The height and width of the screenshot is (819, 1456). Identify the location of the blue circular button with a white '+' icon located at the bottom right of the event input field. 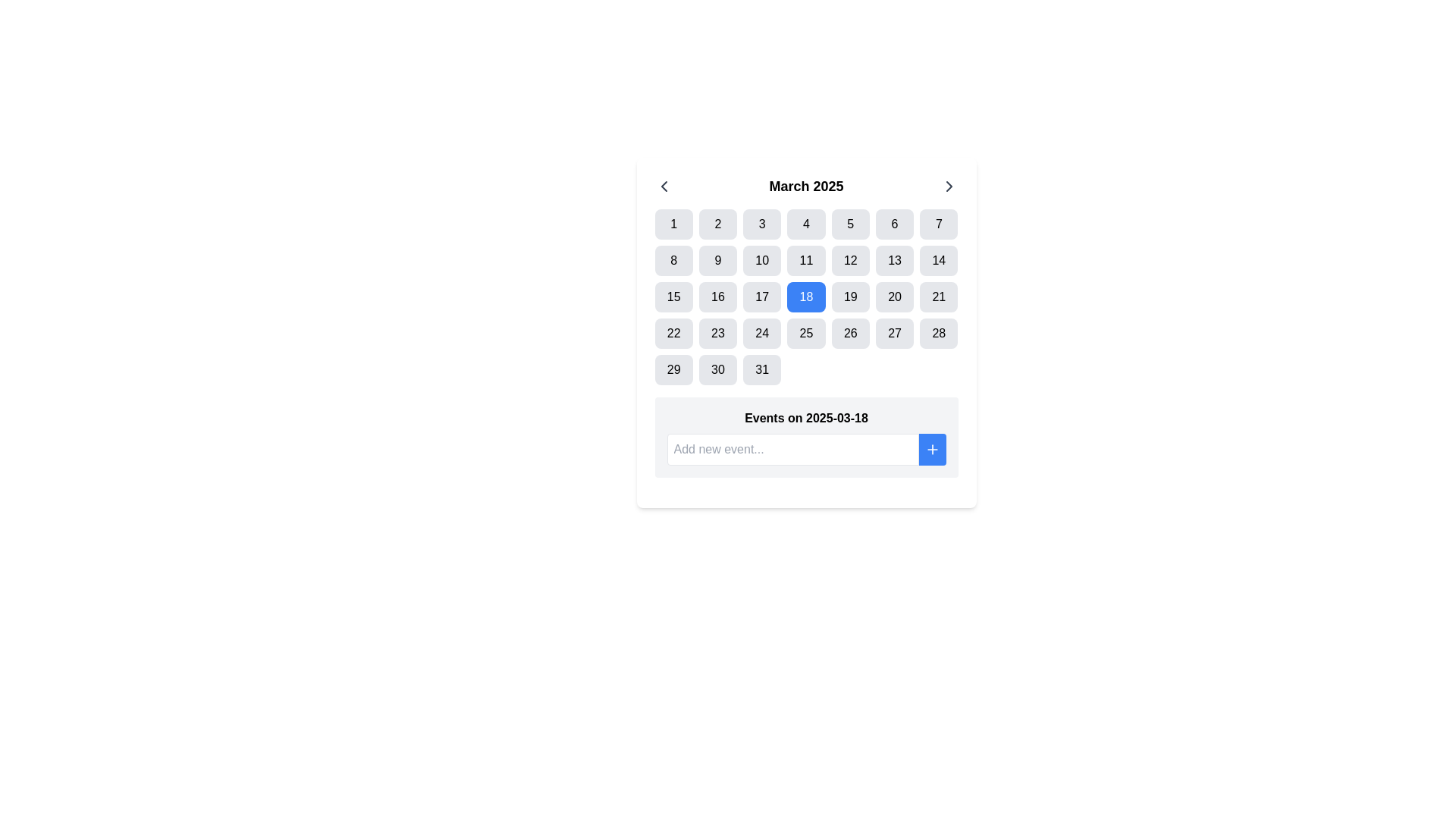
(931, 449).